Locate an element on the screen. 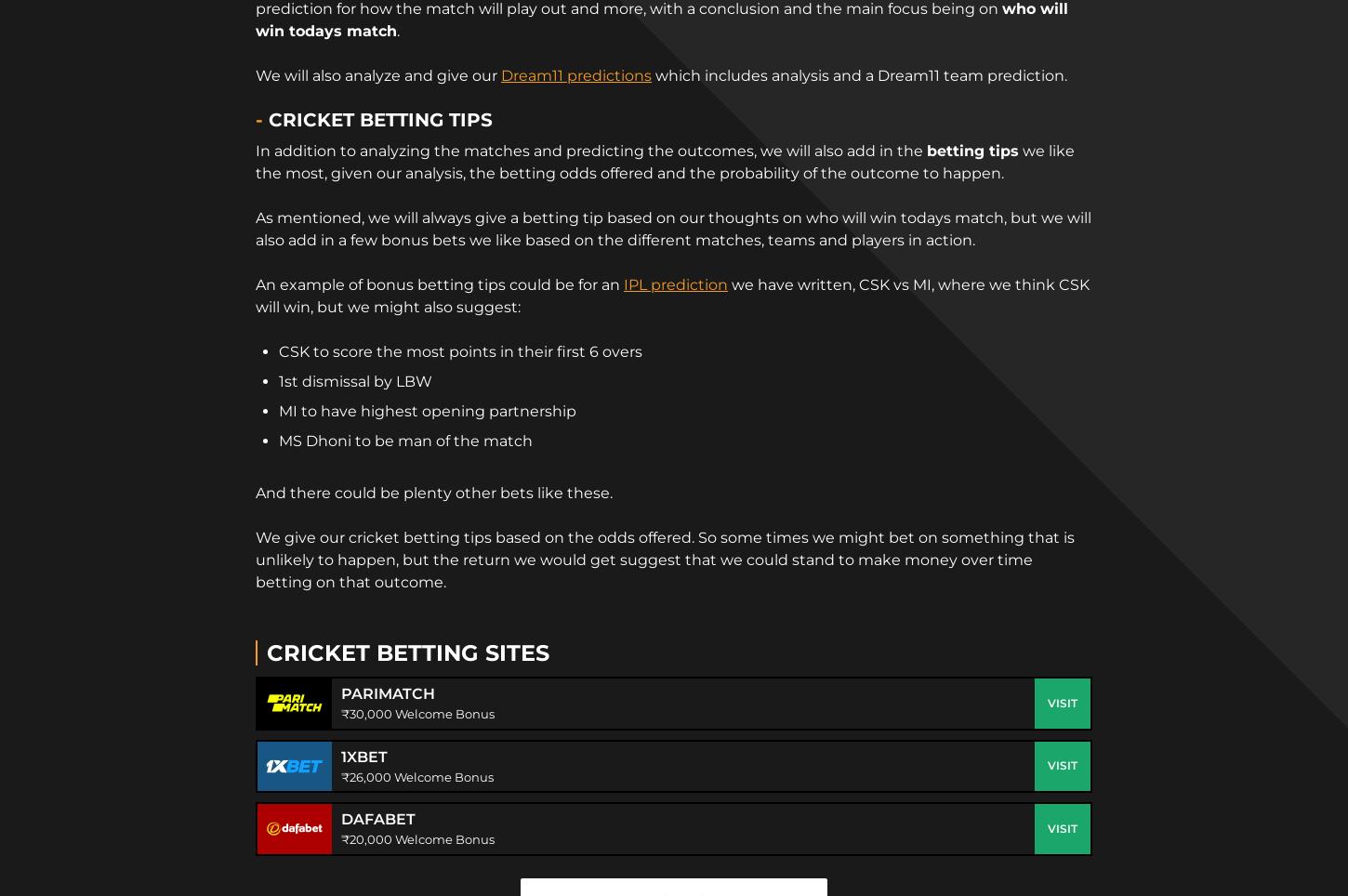 The height and width of the screenshot is (896, 1348). 'Dream11 predictions' is located at coordinates (575, 74).